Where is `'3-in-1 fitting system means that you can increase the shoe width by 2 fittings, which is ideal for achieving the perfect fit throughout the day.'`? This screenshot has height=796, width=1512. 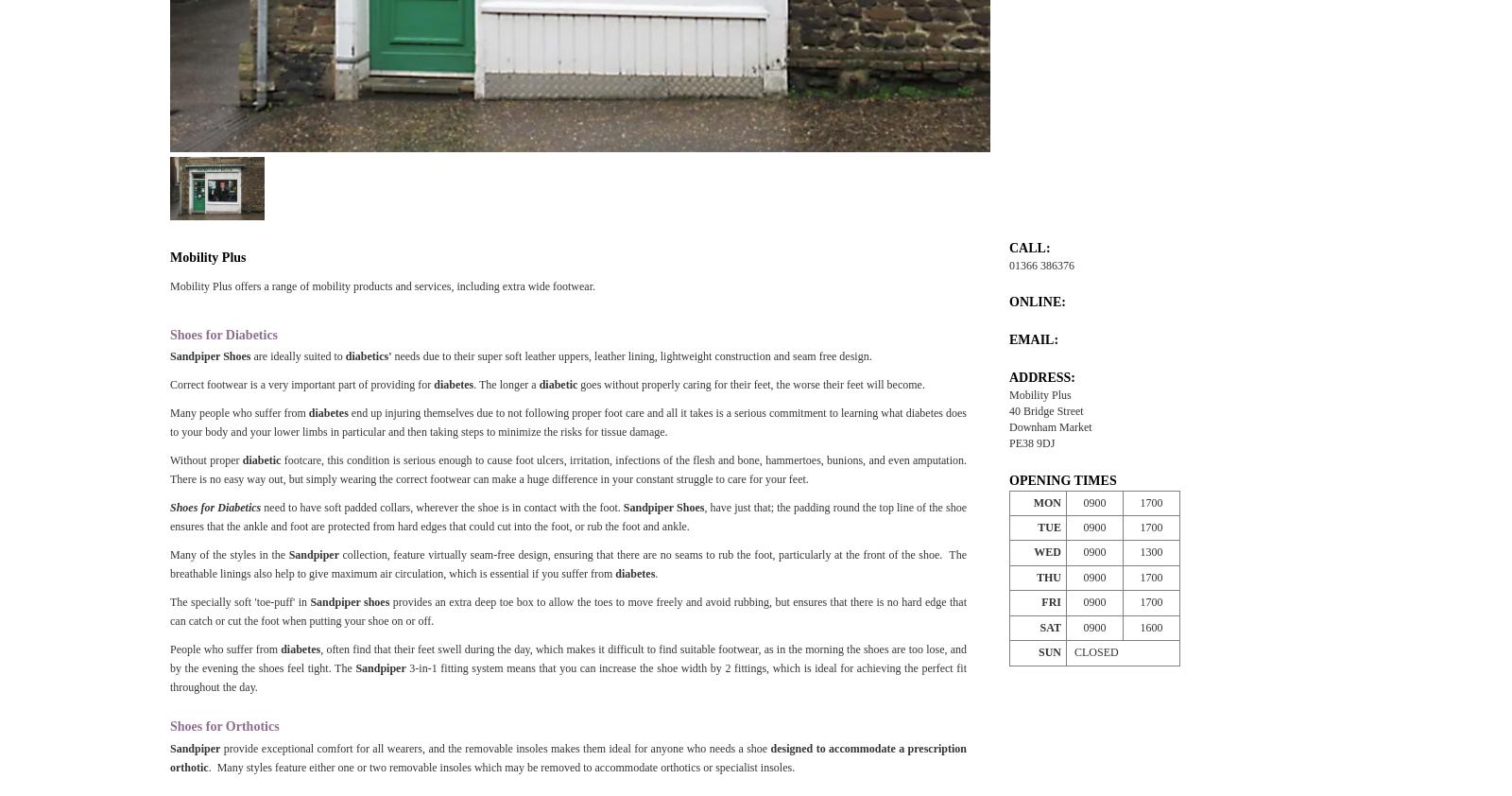 '3-in-1 fitting system means that you can increase the shoe width by 2 fittings, which is ideal for achieving the perfect fit throughout the day.' is located at coordinates (169, 677).